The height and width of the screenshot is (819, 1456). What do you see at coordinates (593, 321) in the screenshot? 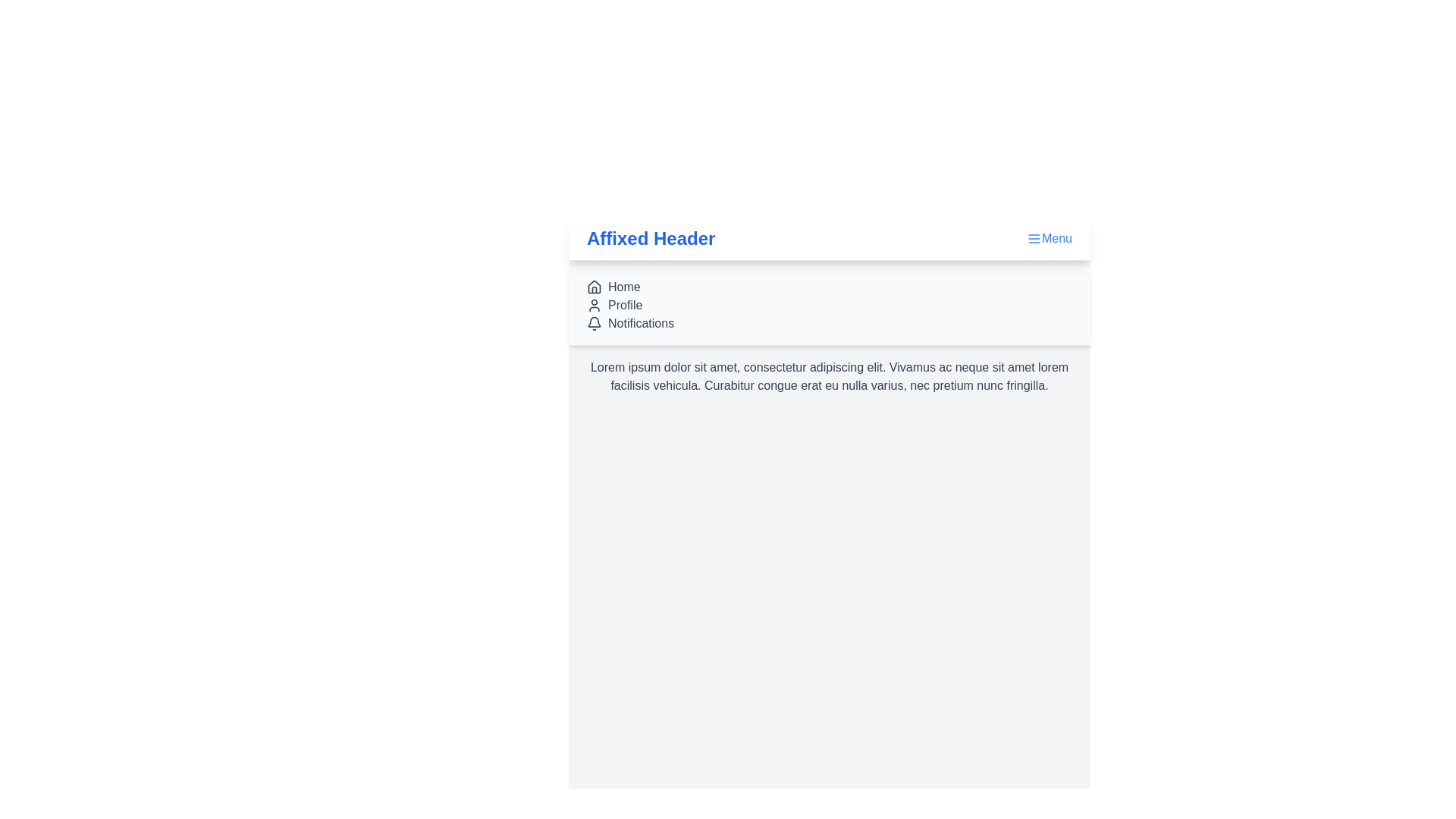
I see `the notifications icon located in the navigation menu, which indicates incoming messages or alerts` at bounding box center [593, 321].